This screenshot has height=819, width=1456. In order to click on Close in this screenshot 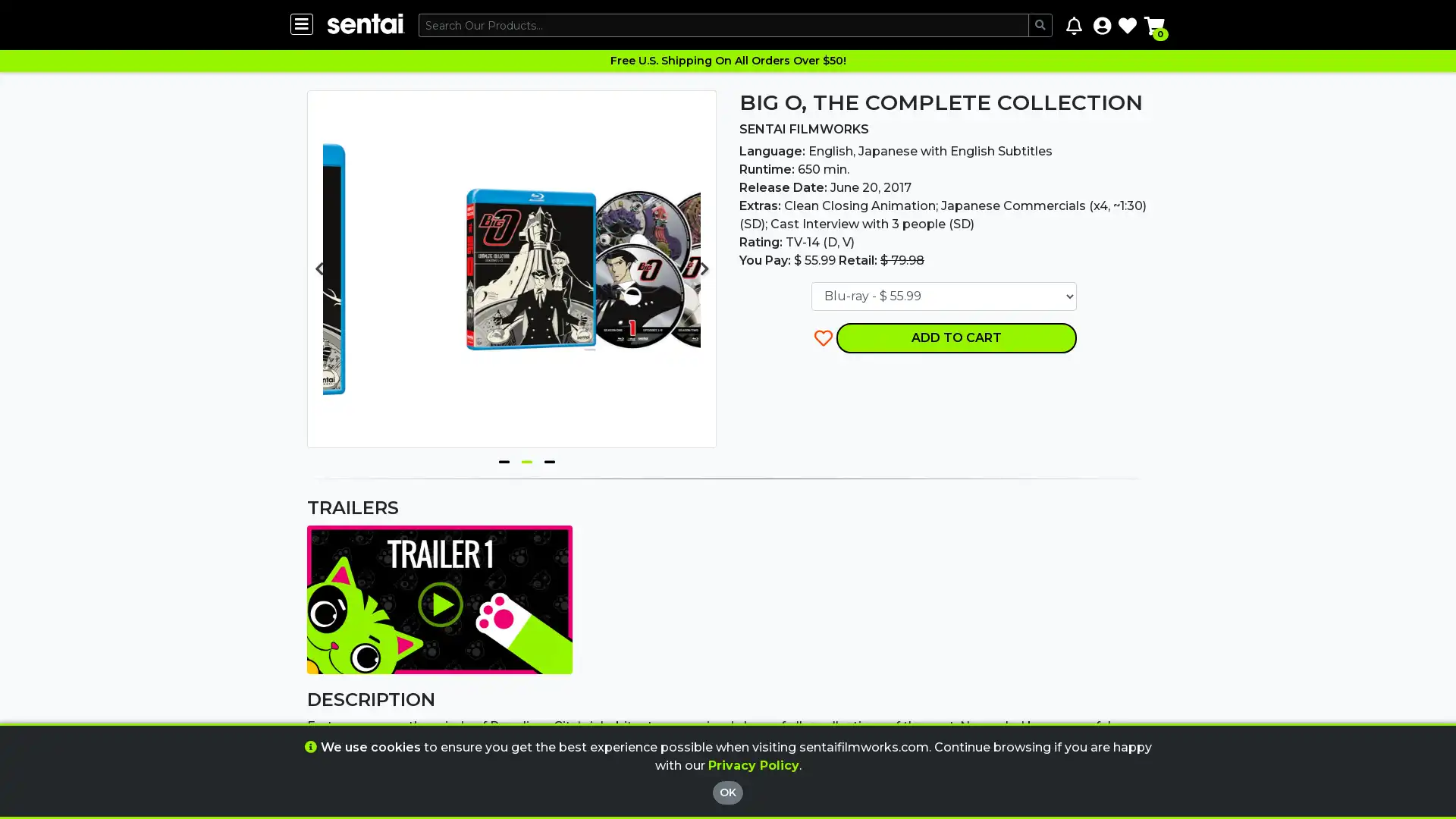, I will do `click(807, 694)`.